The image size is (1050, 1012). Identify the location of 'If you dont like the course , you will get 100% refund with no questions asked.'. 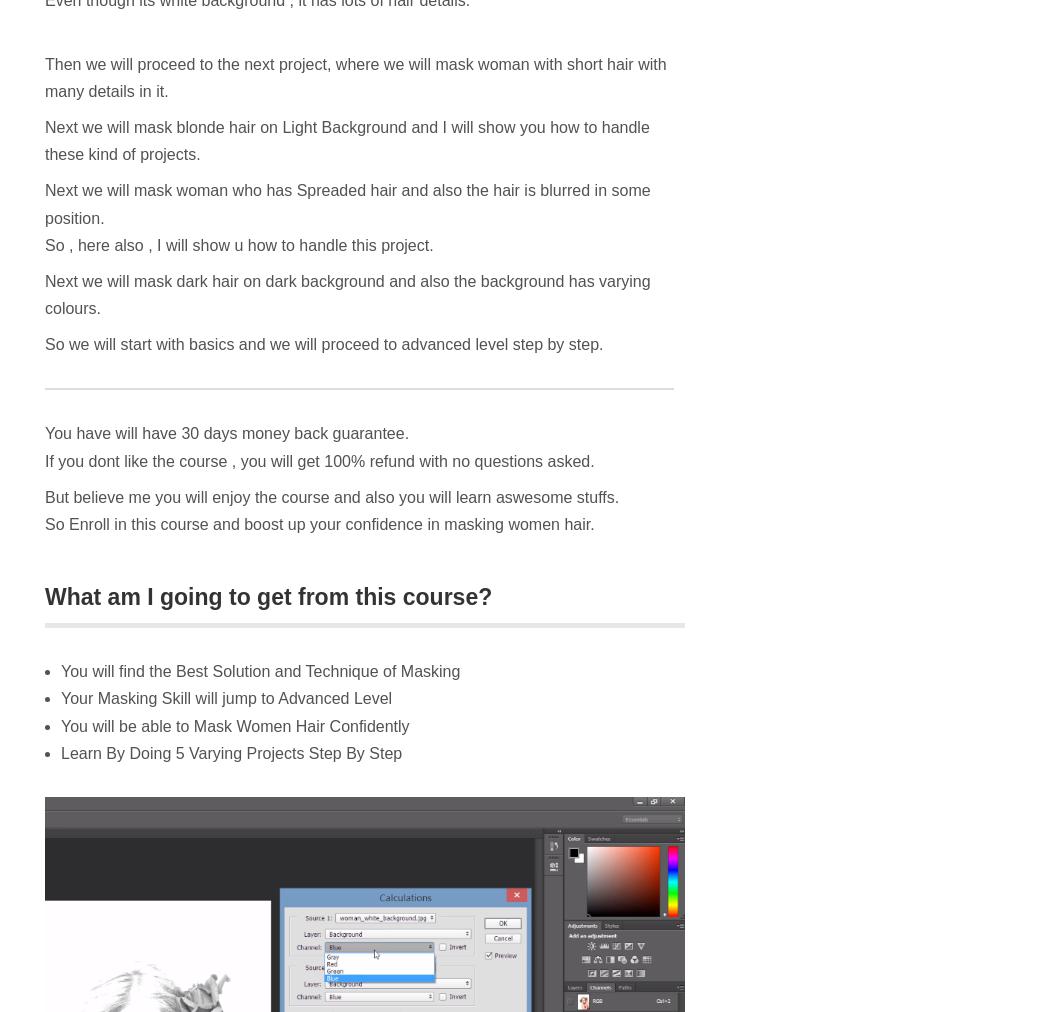
(319, 460).